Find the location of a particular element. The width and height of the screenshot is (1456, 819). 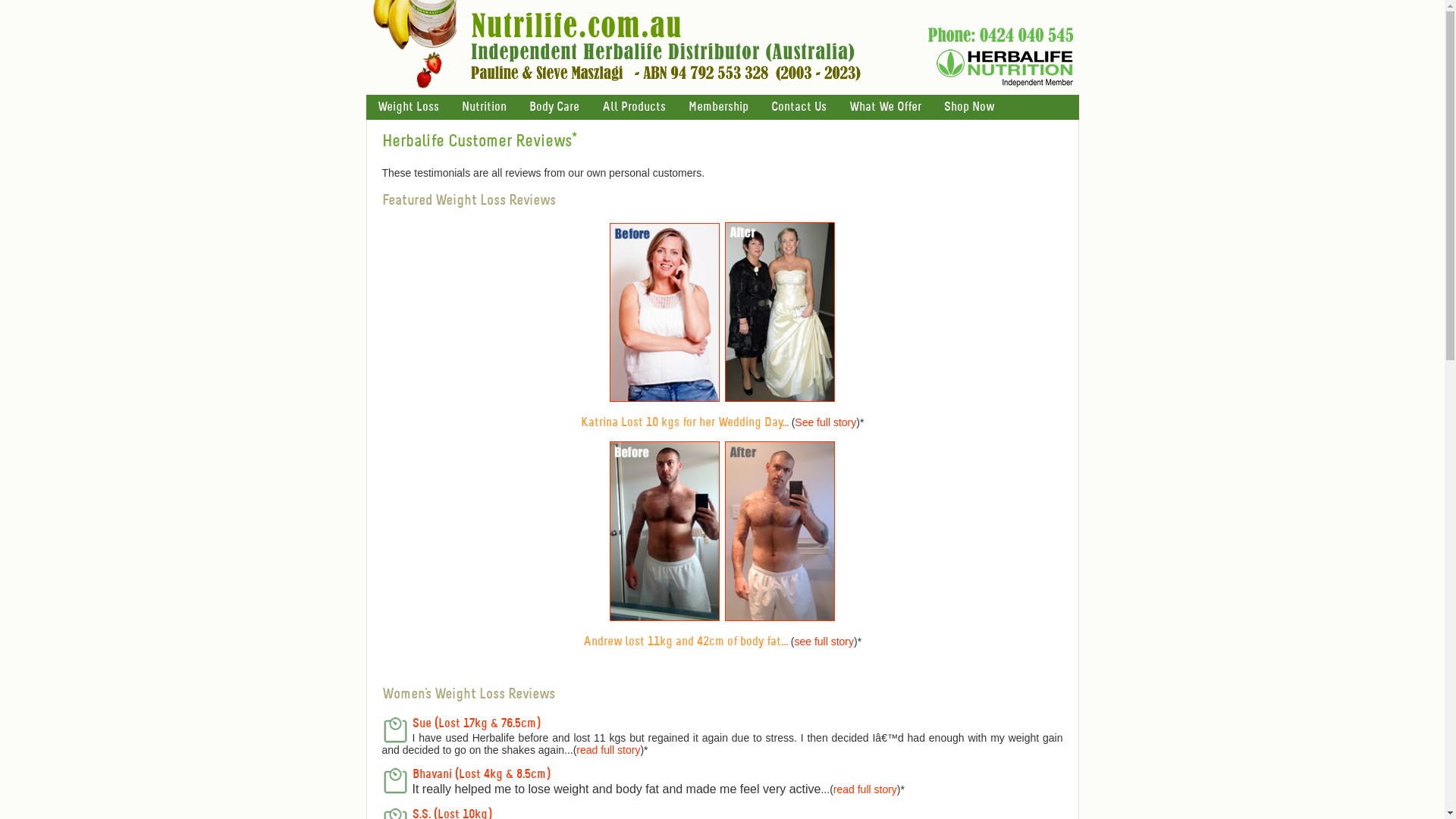

'read full story' is located at coordinates (607, 748).